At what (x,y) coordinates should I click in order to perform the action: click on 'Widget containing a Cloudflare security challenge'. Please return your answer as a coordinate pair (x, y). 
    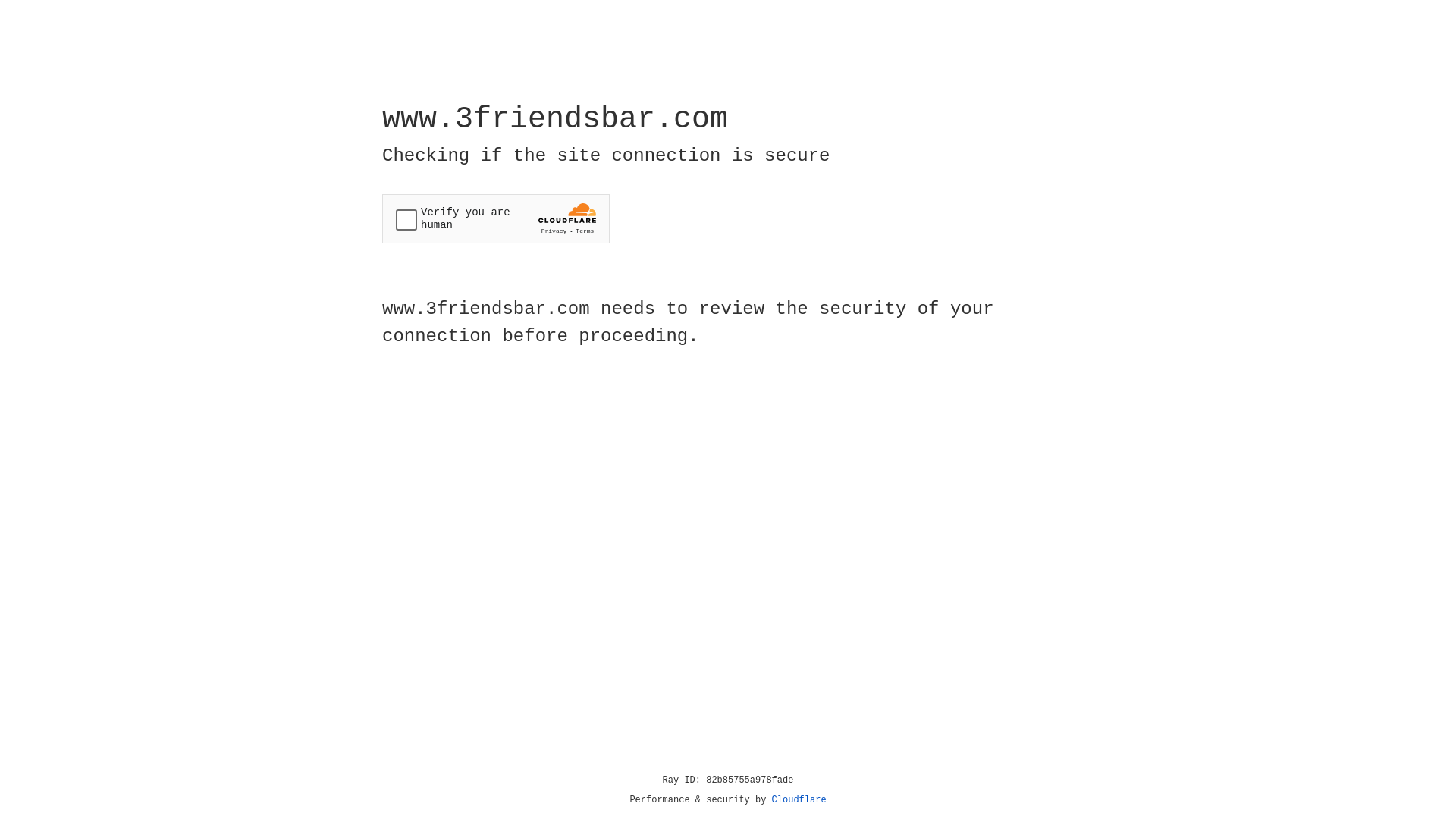
    Looking at the image, I should click on (495, 218).